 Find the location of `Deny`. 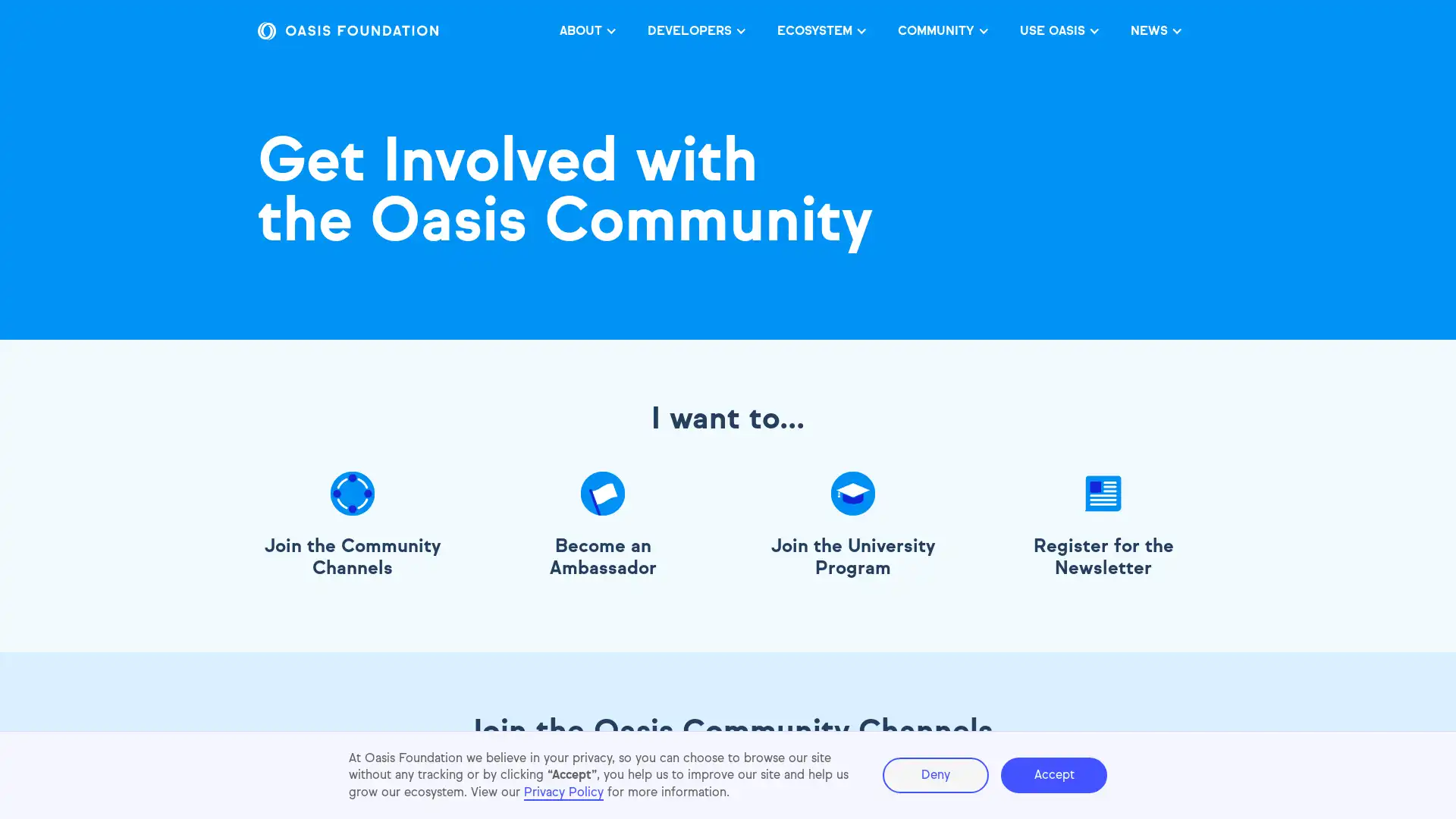

Deny is located at coordinates (934, 775).